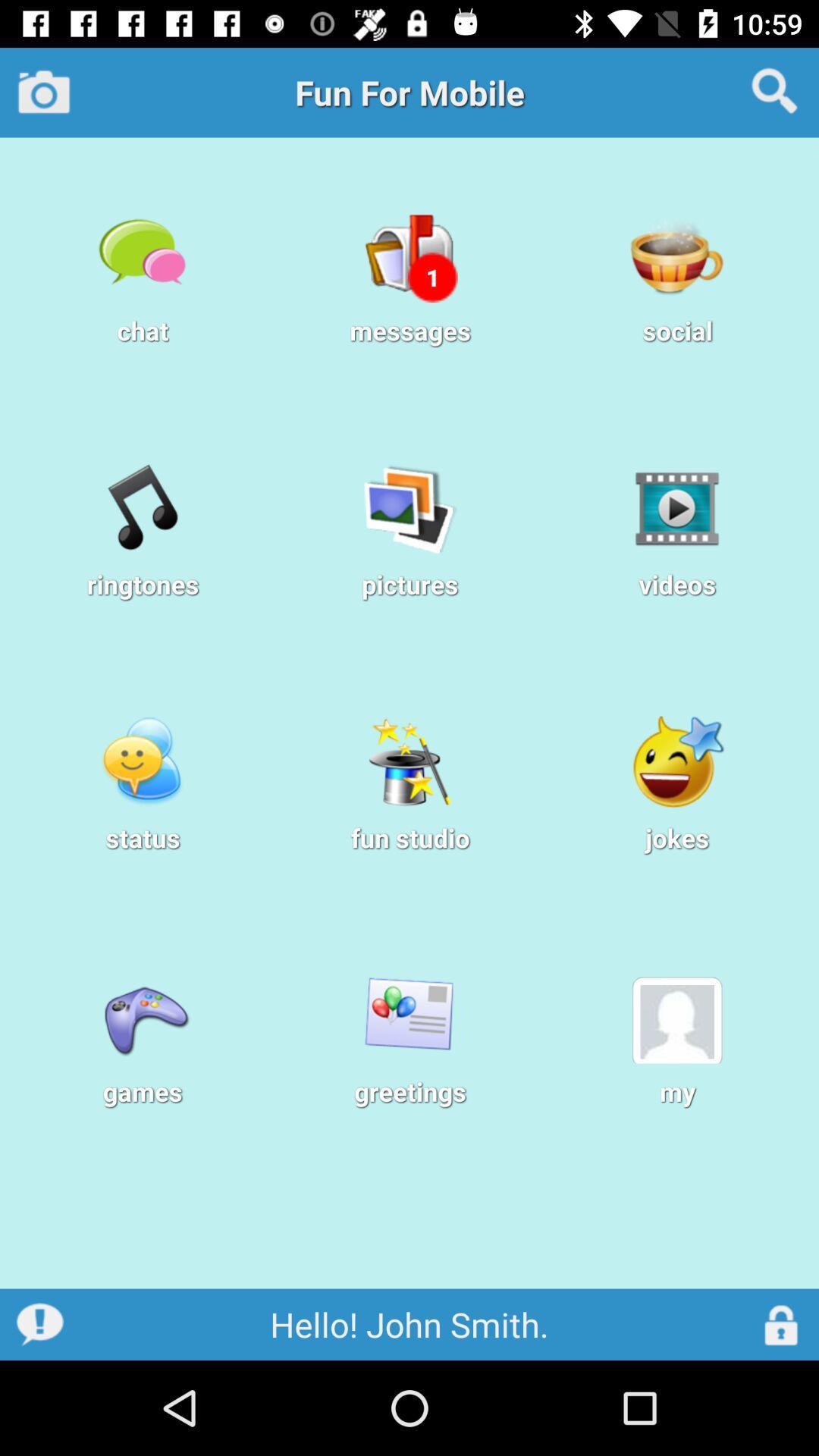 Image resolution: width=819 pixels, height=1456 pixels. What do you see at coordinates (409, 509) in the screenshot?
I see `the icon above pictures` at bounding box center [409, 509].